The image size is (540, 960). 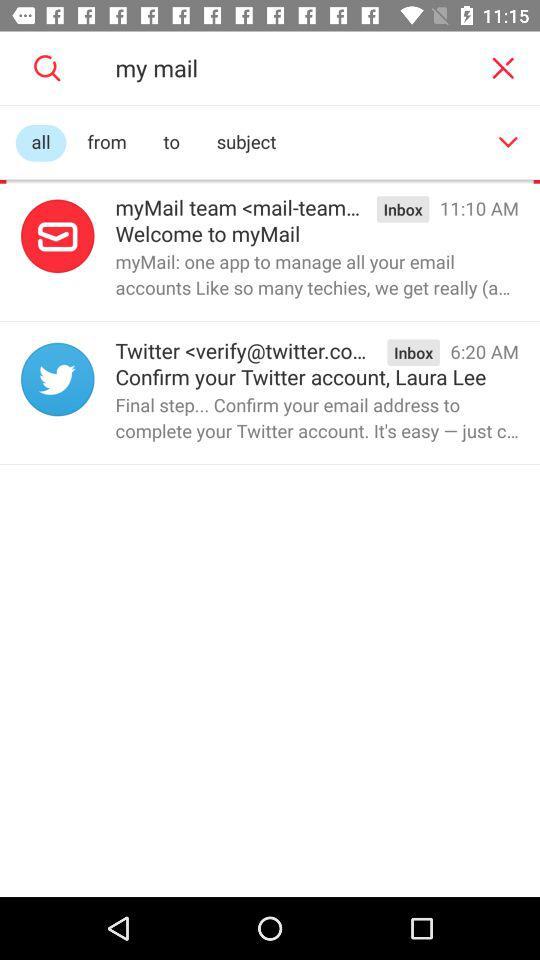 I want to click on twitter, so click(x=57, y=378).